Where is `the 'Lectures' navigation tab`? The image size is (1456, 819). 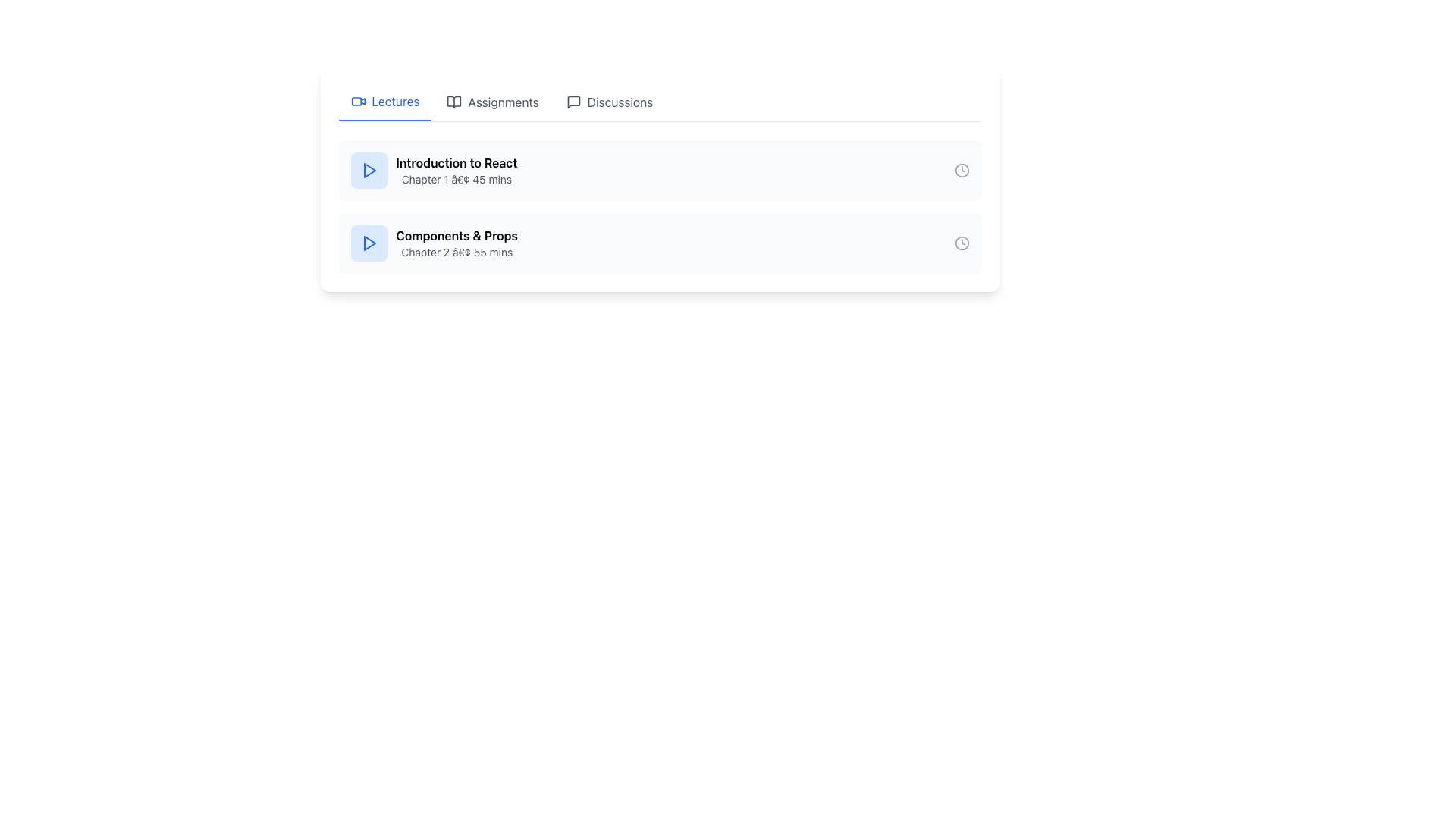
the 'Lectures' navigation tab is located at coordinates (385, 102).